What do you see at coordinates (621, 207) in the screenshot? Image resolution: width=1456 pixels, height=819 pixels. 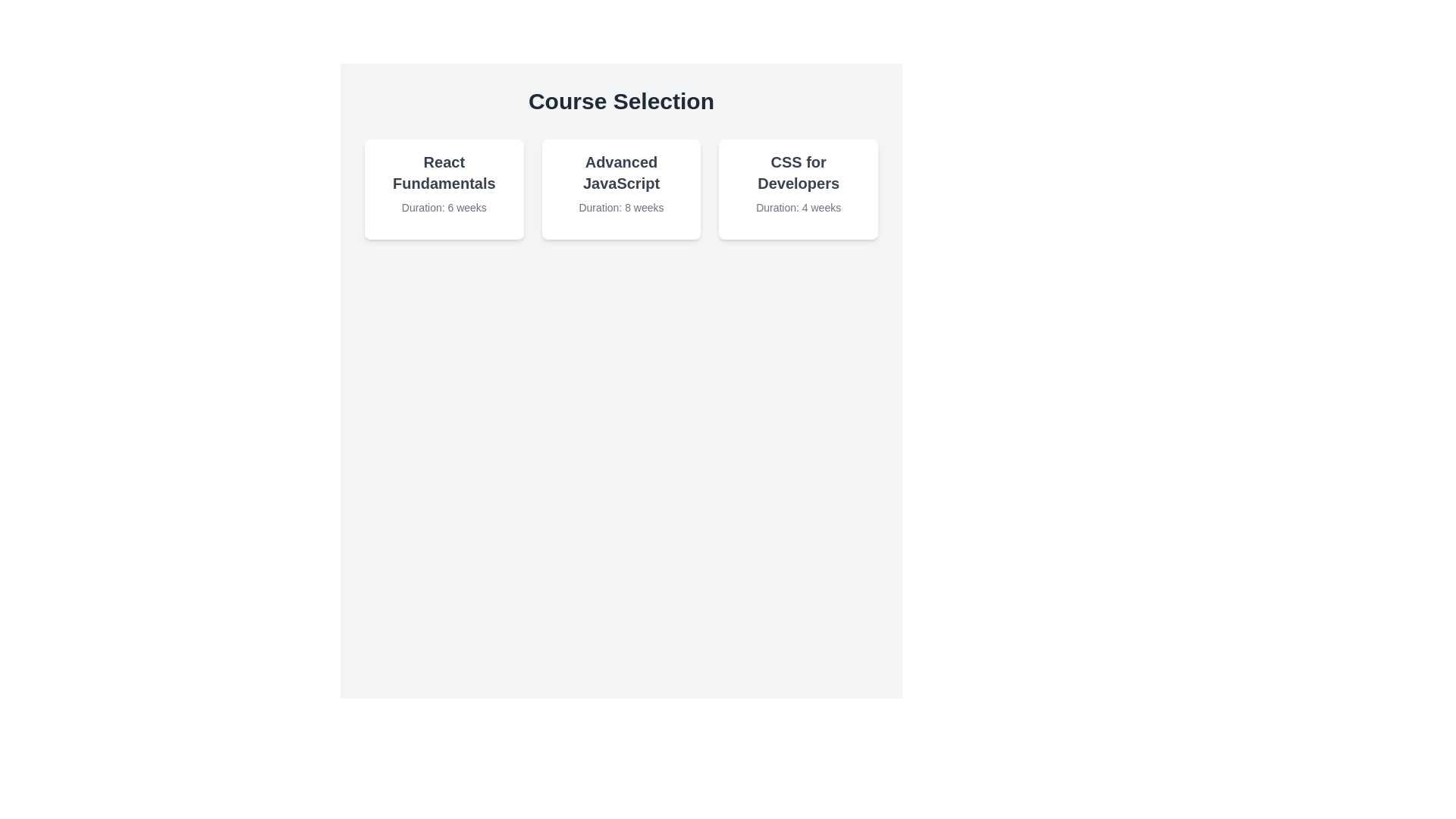 I see `information displayed in the text label that shows 'Duration: 8 weeks', which is styled in gray and located under the title 'Advanced JavaScript'` at bounding box center [621, 207].